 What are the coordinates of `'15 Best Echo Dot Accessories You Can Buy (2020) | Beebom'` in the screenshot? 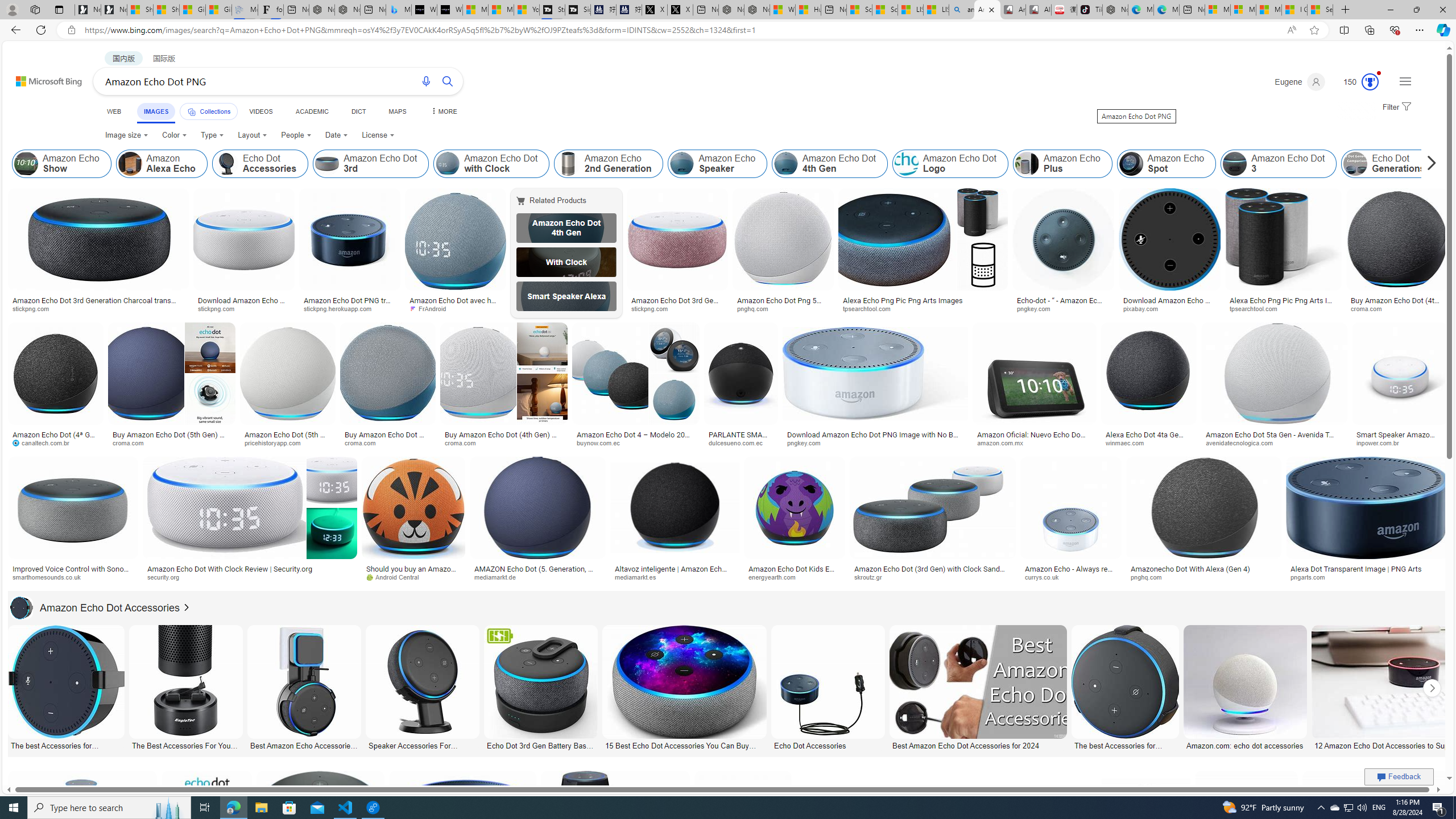 It's located at (682, 744).